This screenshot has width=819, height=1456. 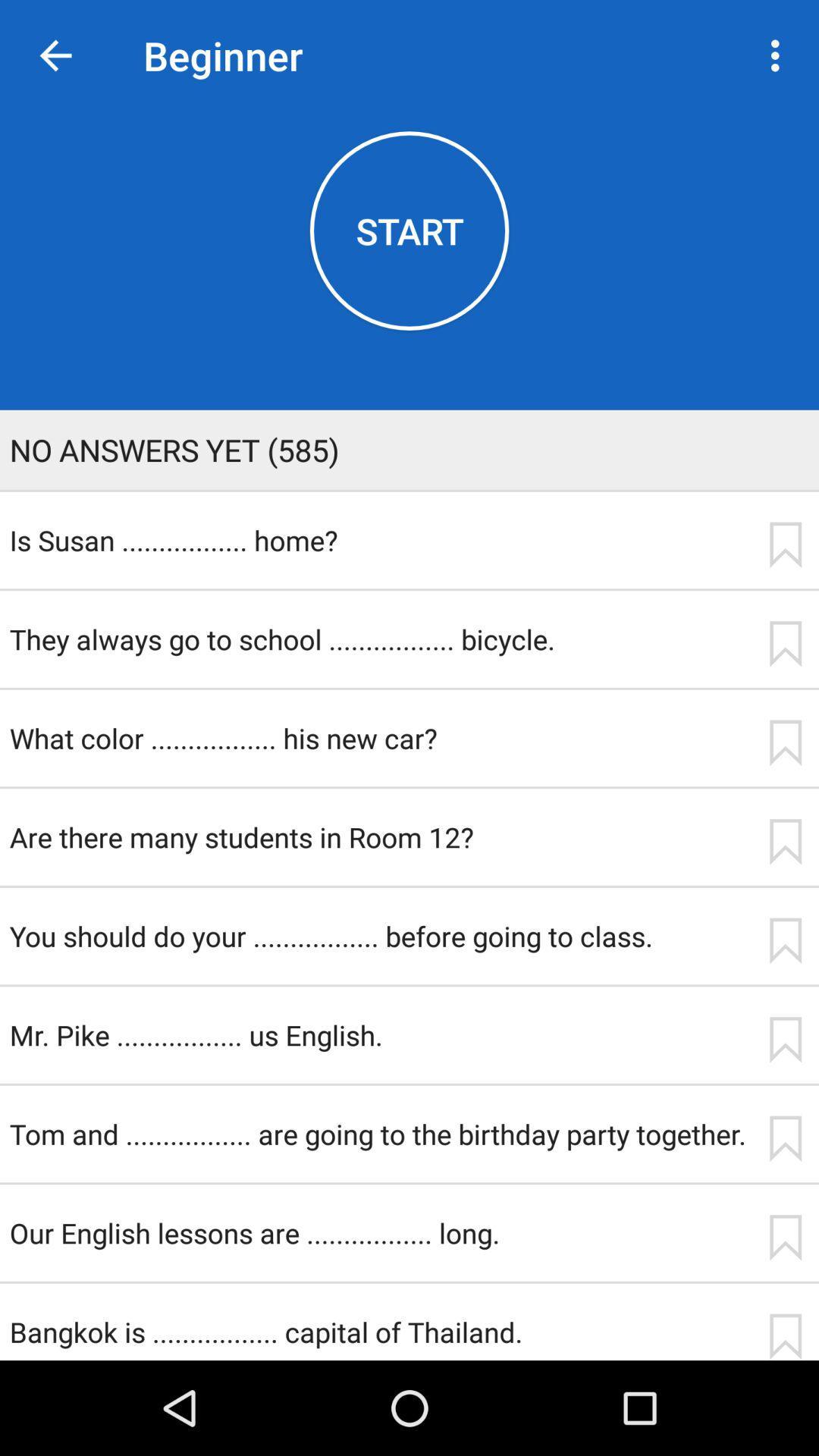 What do you see at coordinates (779, 55) in the screenshot?
I see `the item at the top right corner` at bounding box center [779, 55].